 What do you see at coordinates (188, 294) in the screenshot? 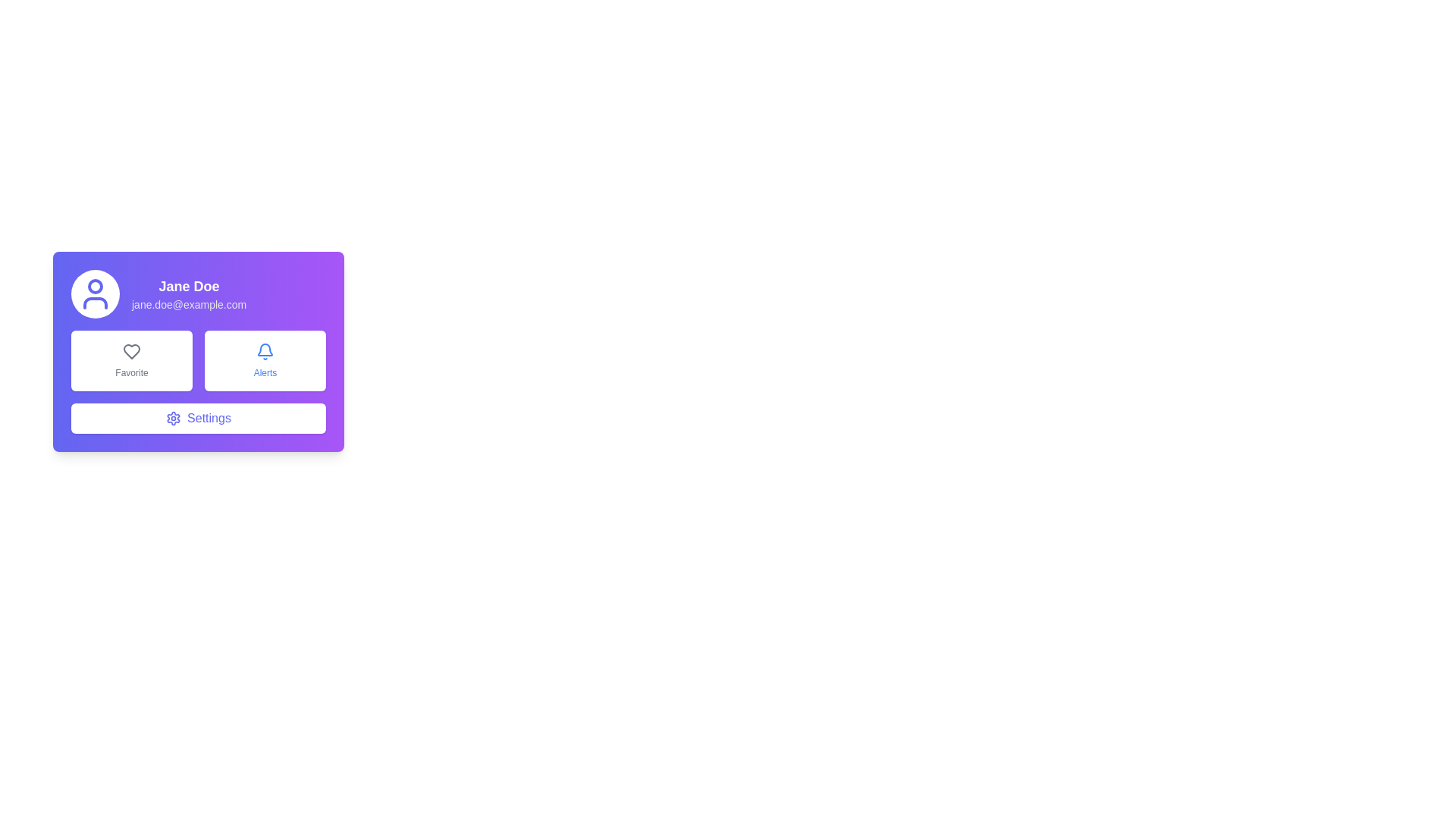
I see `the text display containing the name 'Jane Doe' and the email 'jane.doe@example.com', which is aligned left on a purple background and positioned to the right of a user avatar icon` at bounding box center [188, 294].